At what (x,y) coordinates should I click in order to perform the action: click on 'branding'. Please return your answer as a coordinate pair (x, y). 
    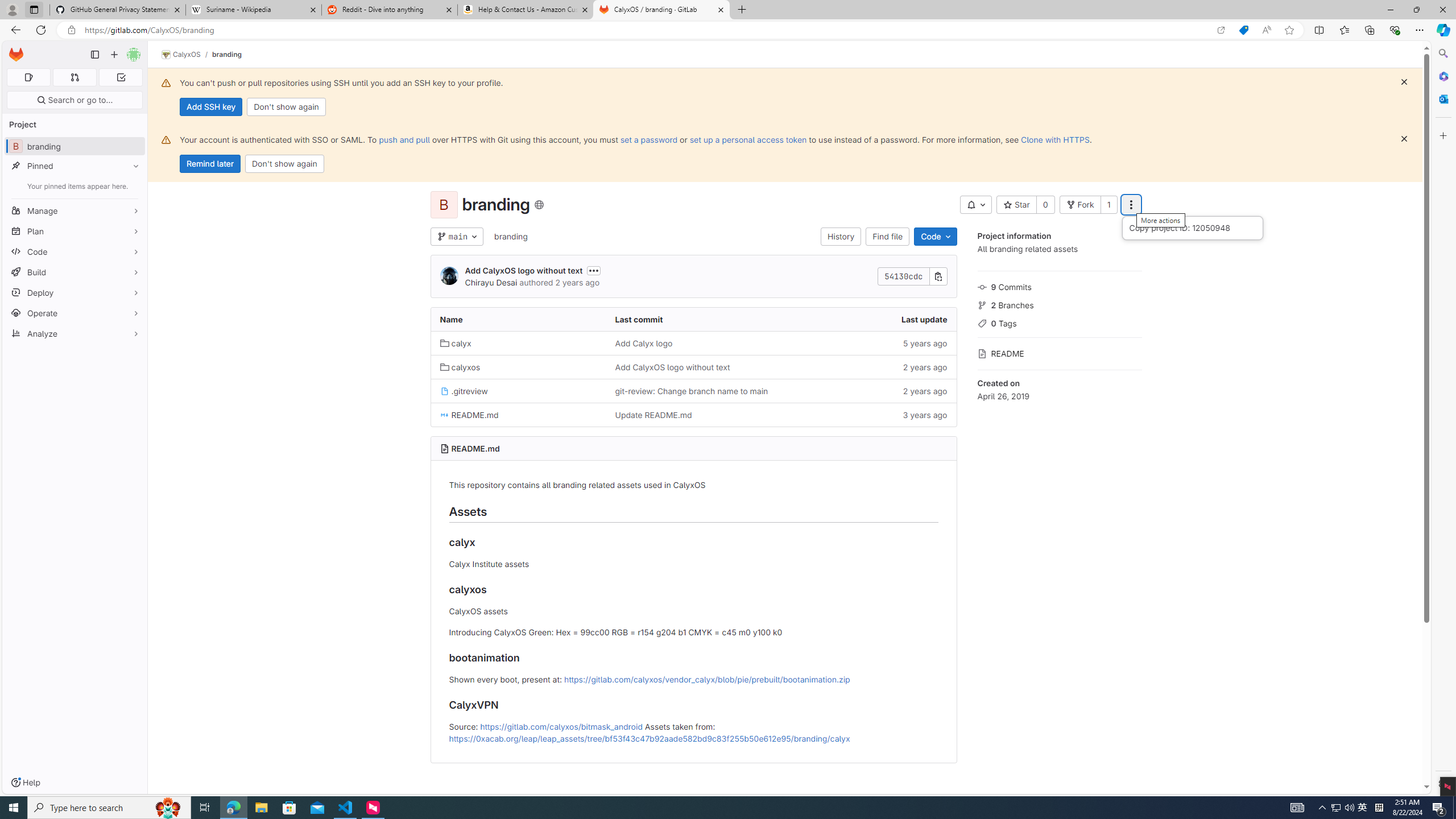
    Looking at the image, I should click on (510, 236).